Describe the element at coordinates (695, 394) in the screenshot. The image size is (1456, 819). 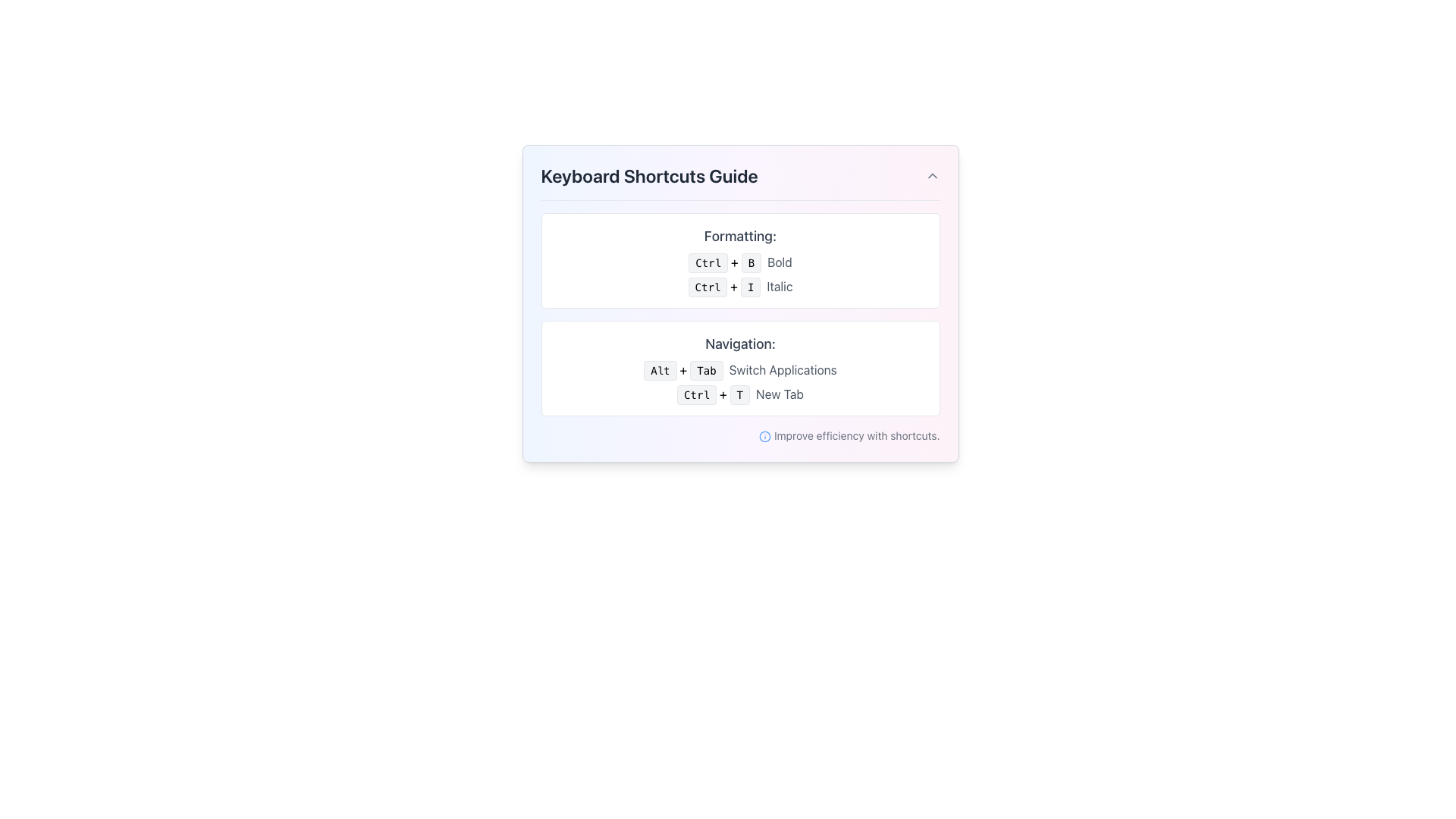
I see `the 'Ctrl' text label in the 'Keyboard Shortcuts Guide' under the 'Navigation' section` at that location.